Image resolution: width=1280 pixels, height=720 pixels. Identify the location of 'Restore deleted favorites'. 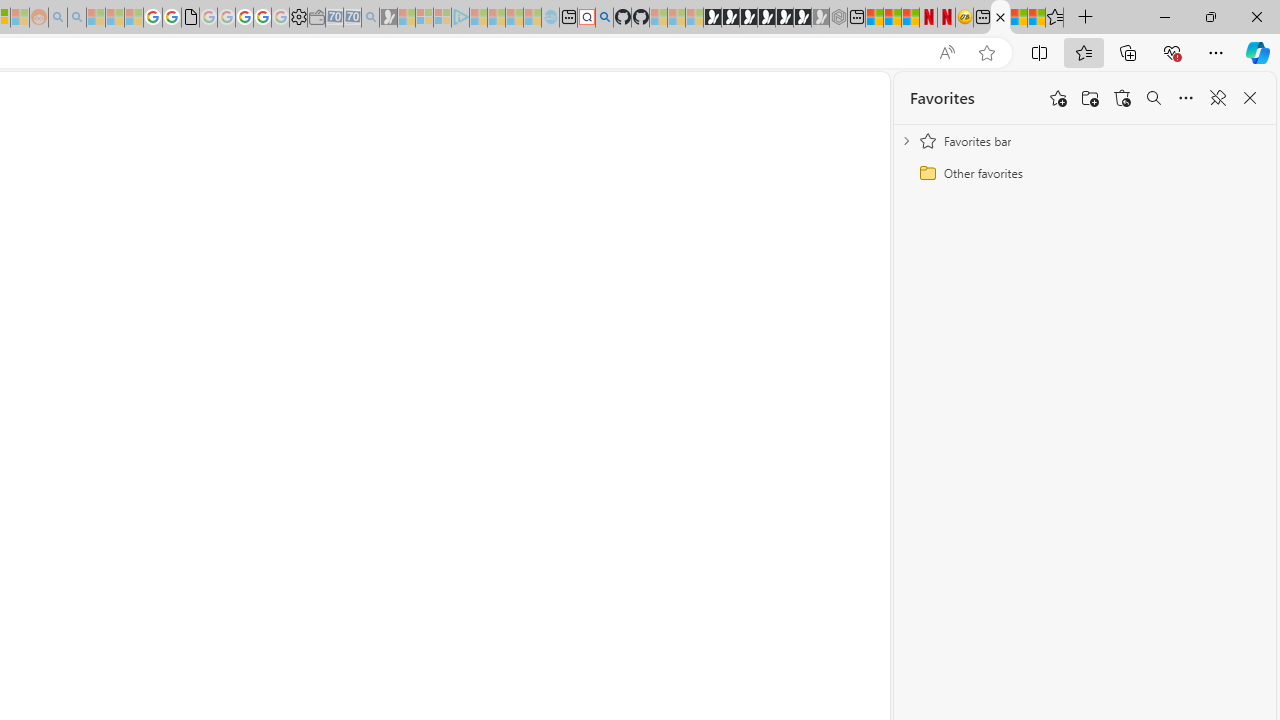
(1122, 98).